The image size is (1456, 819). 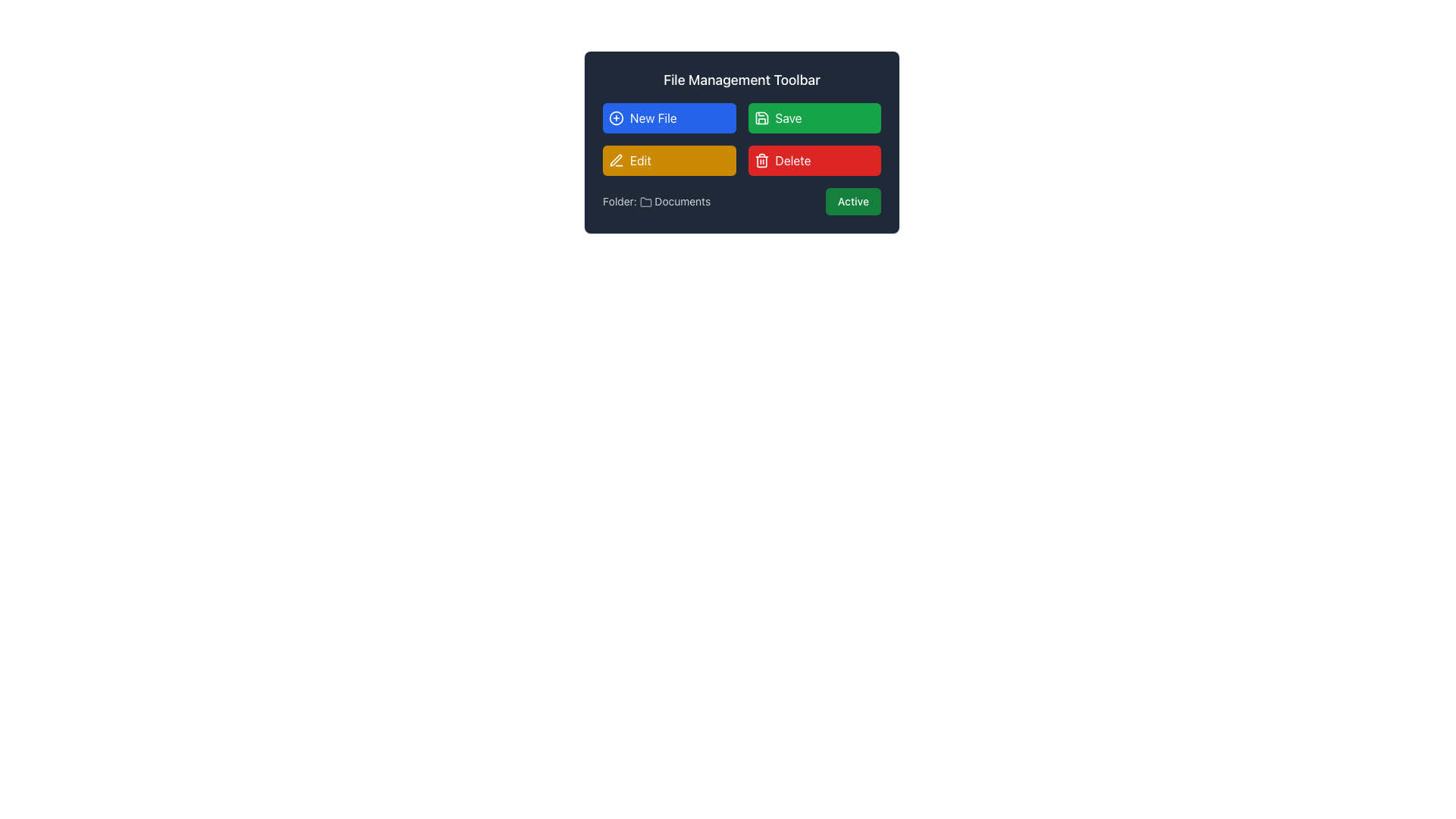 What do you see at coordinates (761, 117) in the screenshot?
I see `the 'Save' button that contains the folder icon, located in the top-right area of the file management toolbar` at bounding box center [761, 117].